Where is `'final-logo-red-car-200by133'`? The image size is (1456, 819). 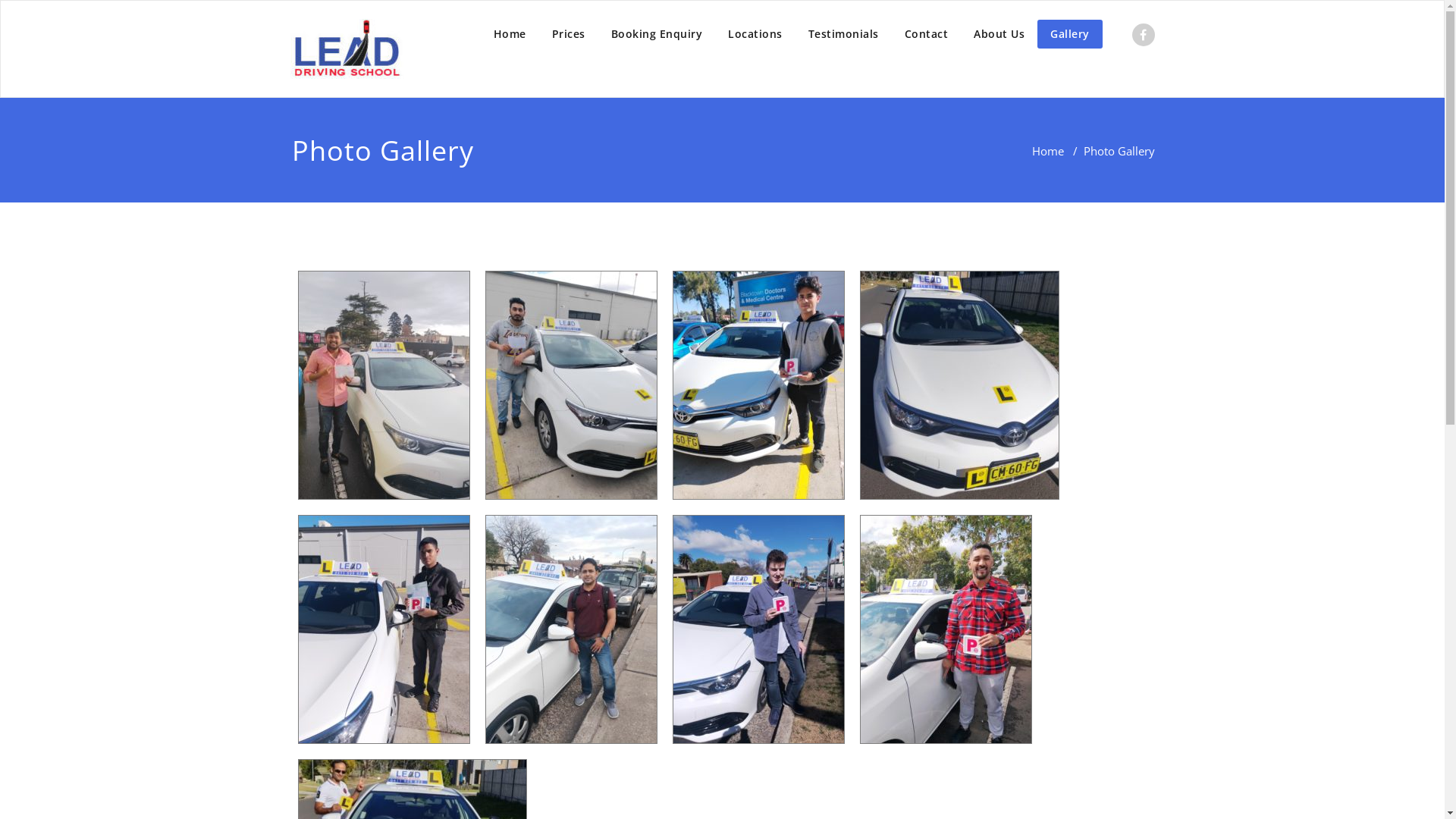
'final-logo-red-car-200by133' is located at coordinates (345, 48).